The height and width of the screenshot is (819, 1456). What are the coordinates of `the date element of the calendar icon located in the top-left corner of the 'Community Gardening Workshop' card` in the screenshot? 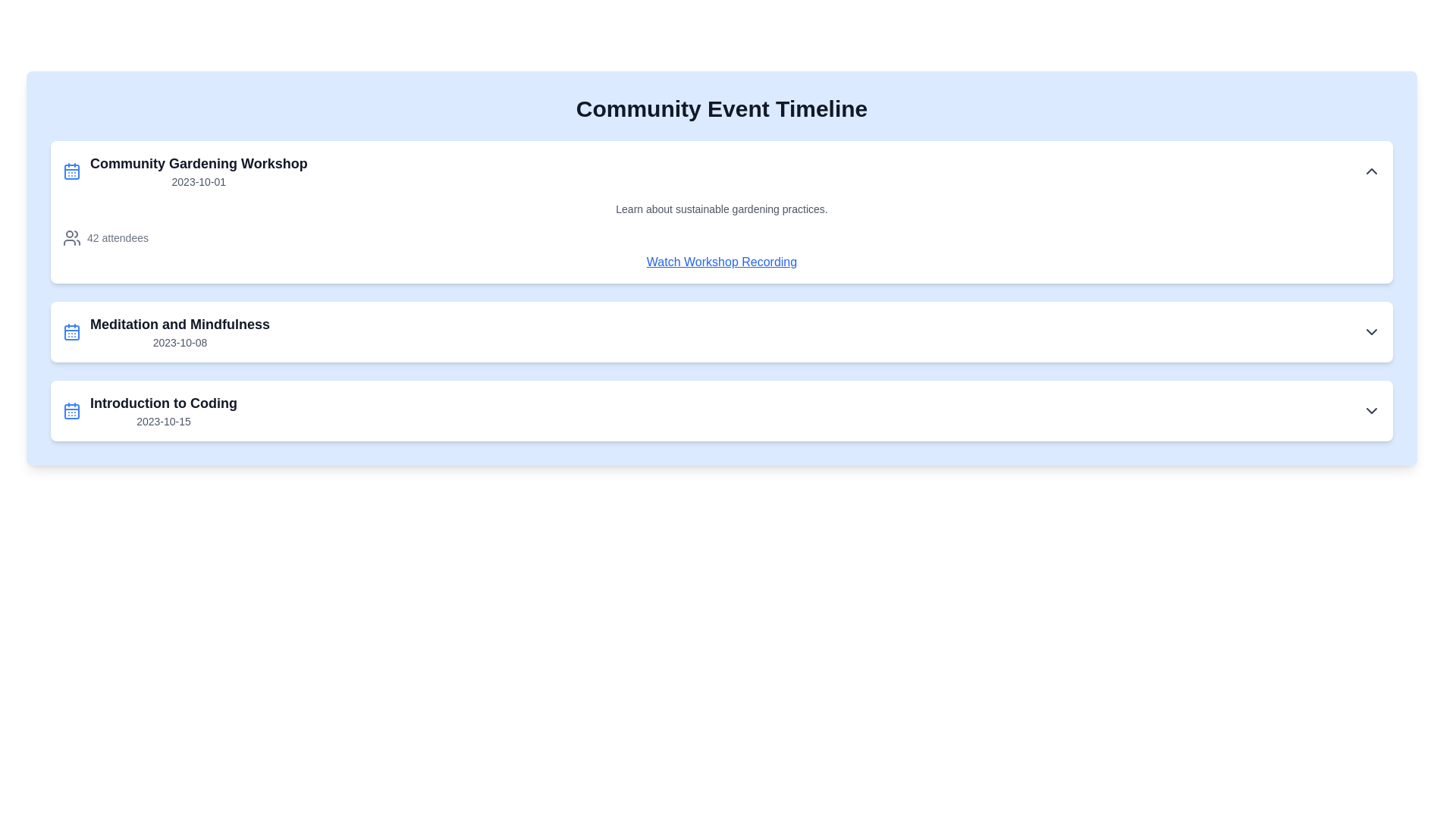 It's located at (71, 171).